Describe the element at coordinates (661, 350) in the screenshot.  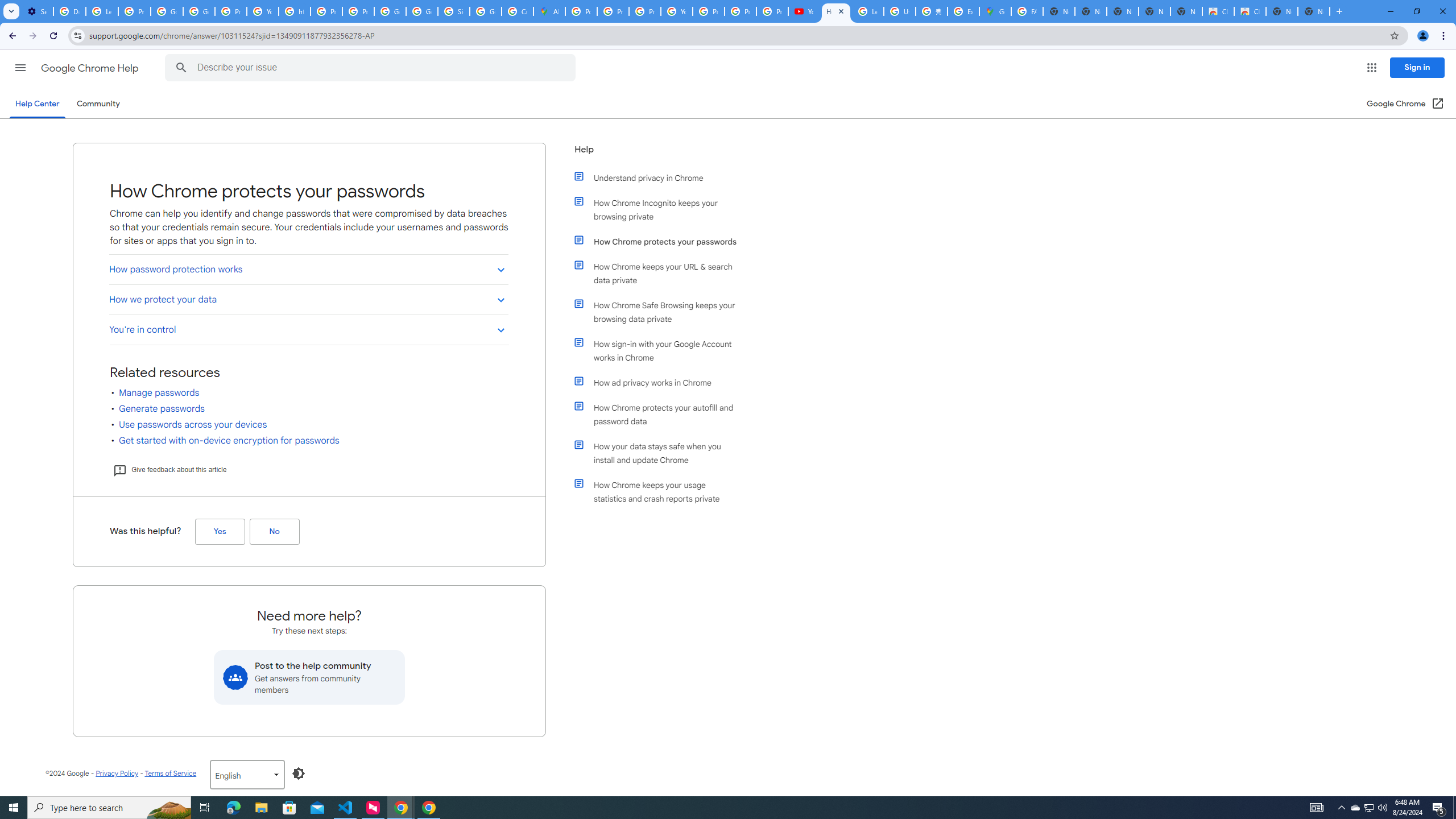
I see `'How sign-in with your Google Account works in Chrome'` at that location.